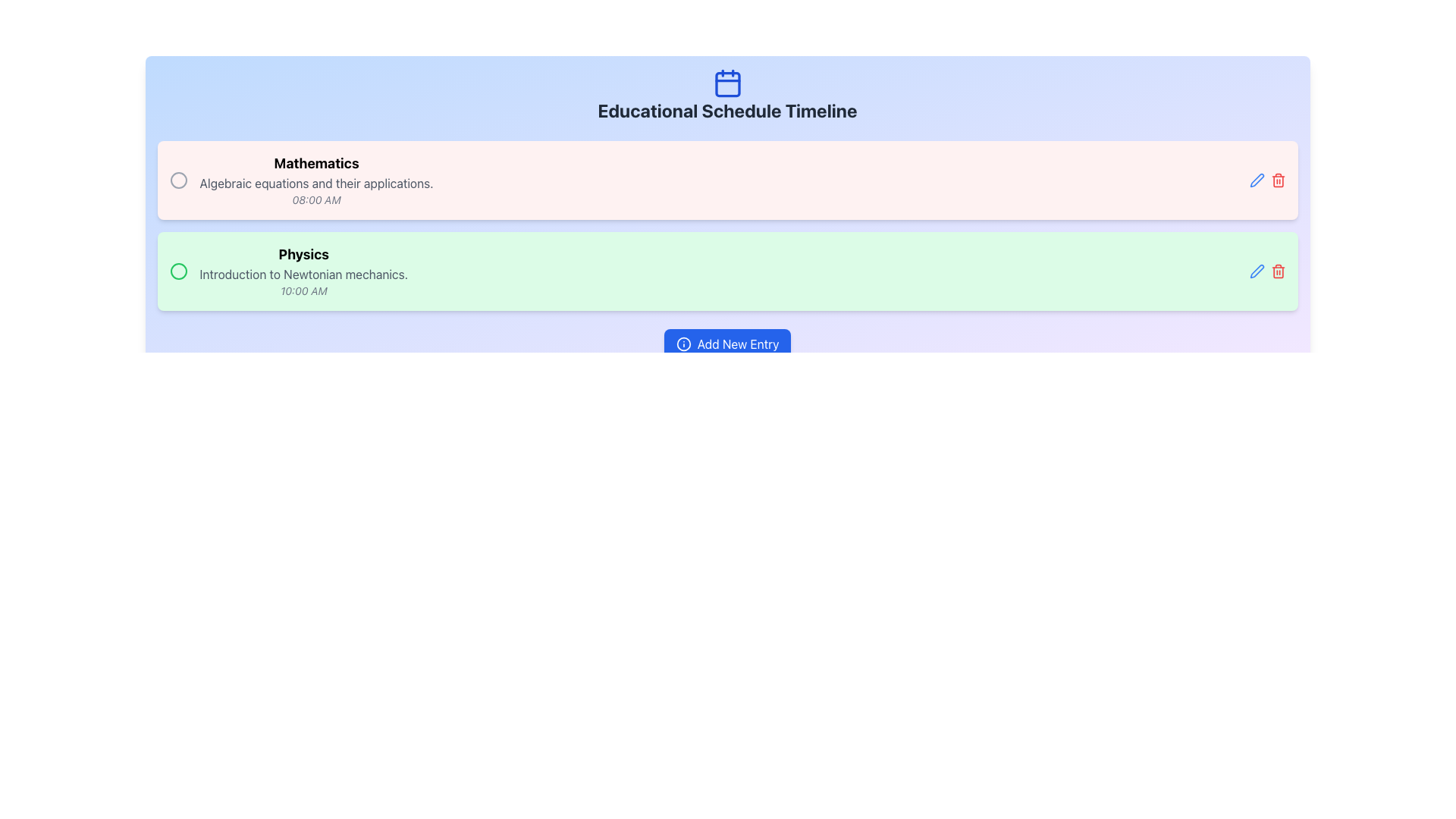 This screenshot has height=819, width=1456. I want to click on the decorative green circular marker located on the left side of the 'Physics' entry in the schedule, so click(178, 271).